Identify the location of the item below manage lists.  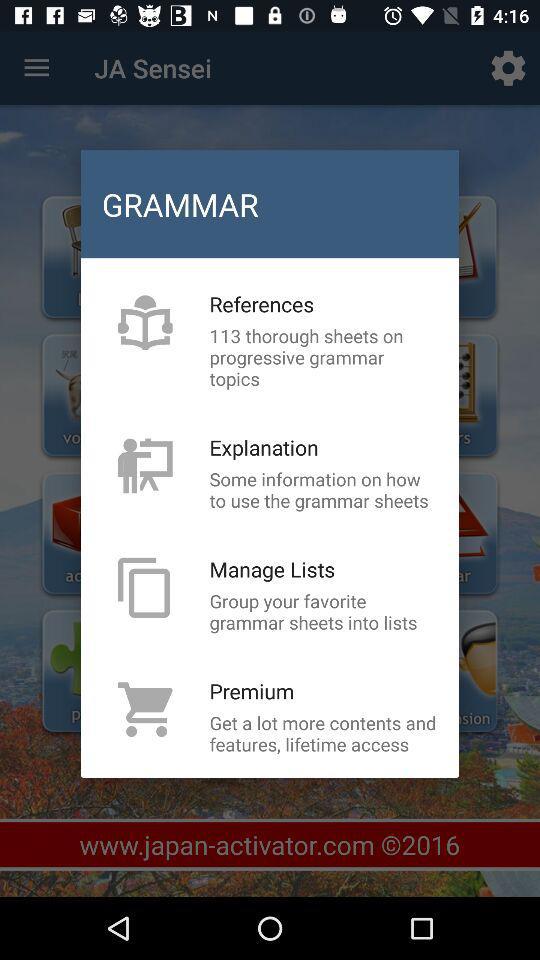
(323, 610).